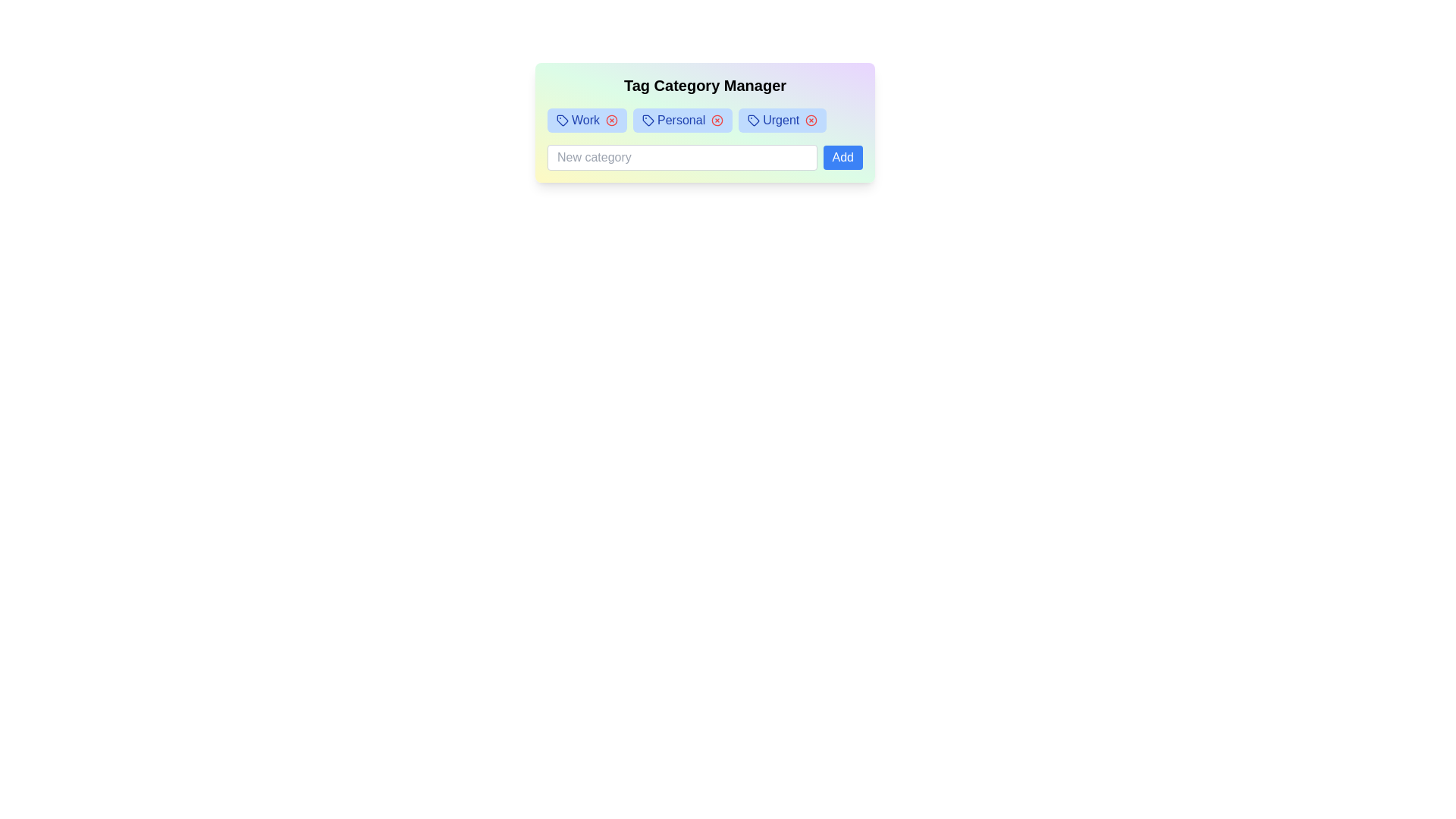 This screenshot has height=819, width=1456. I want to click on the close or delete button for the 'Personal' tag, so click(717, 119).